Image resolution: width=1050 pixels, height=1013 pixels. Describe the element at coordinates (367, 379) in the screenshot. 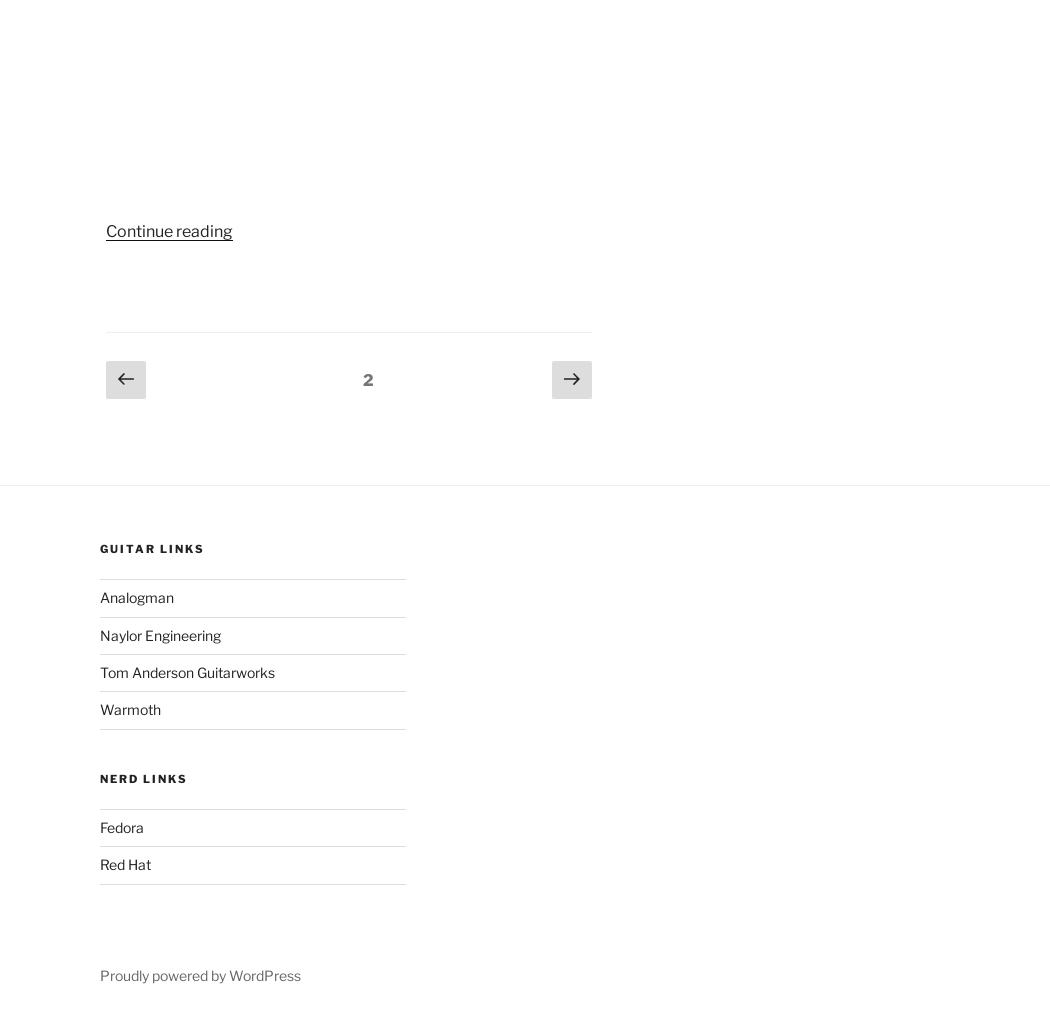

I see `'2'` at that location.